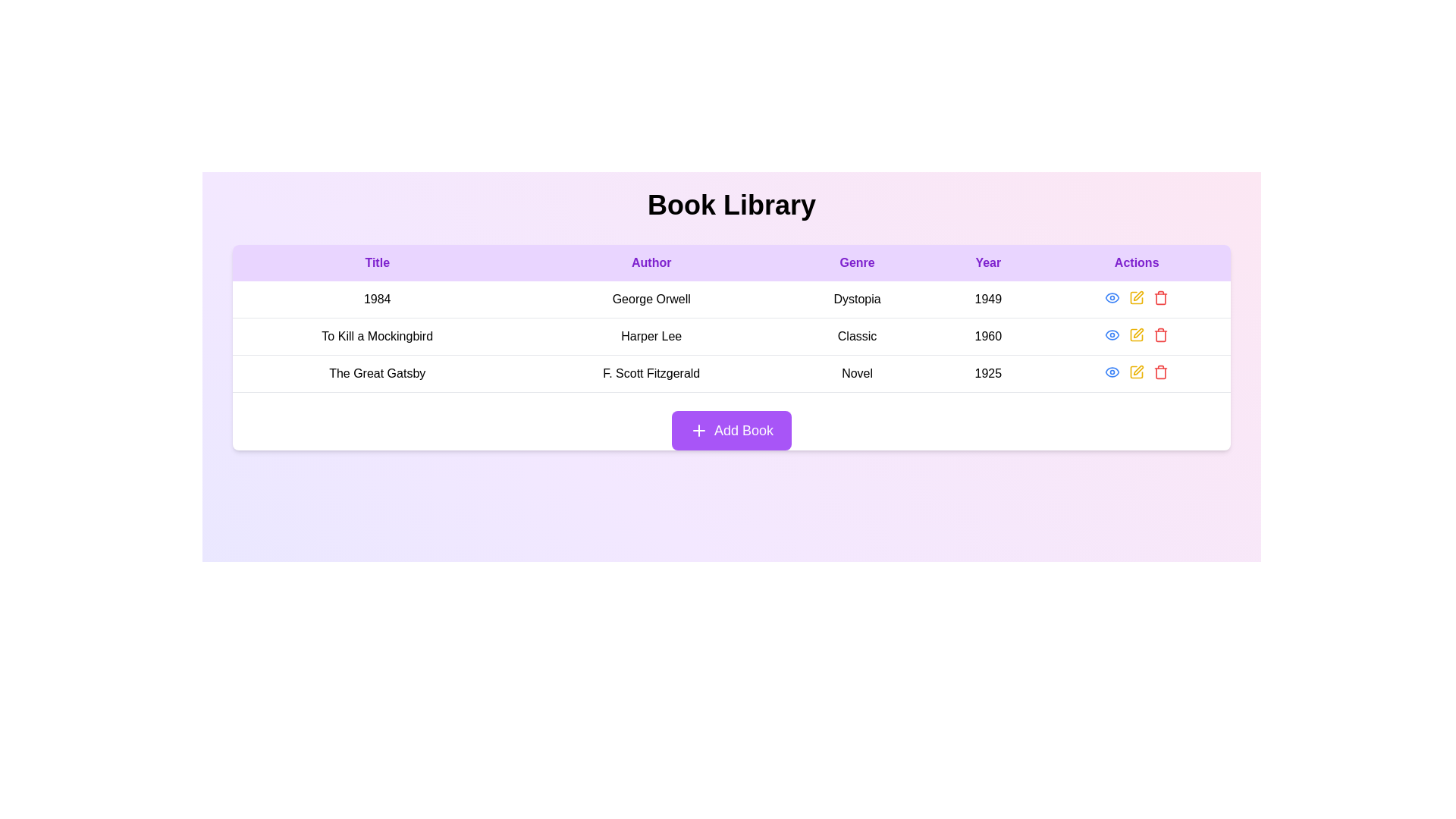 The height and width of the screenshot is (819, 1456). I want to click on the 'Years' column header in the table, which is the fourth header located between 'Genre' and 'Actions', so click(988, 262).